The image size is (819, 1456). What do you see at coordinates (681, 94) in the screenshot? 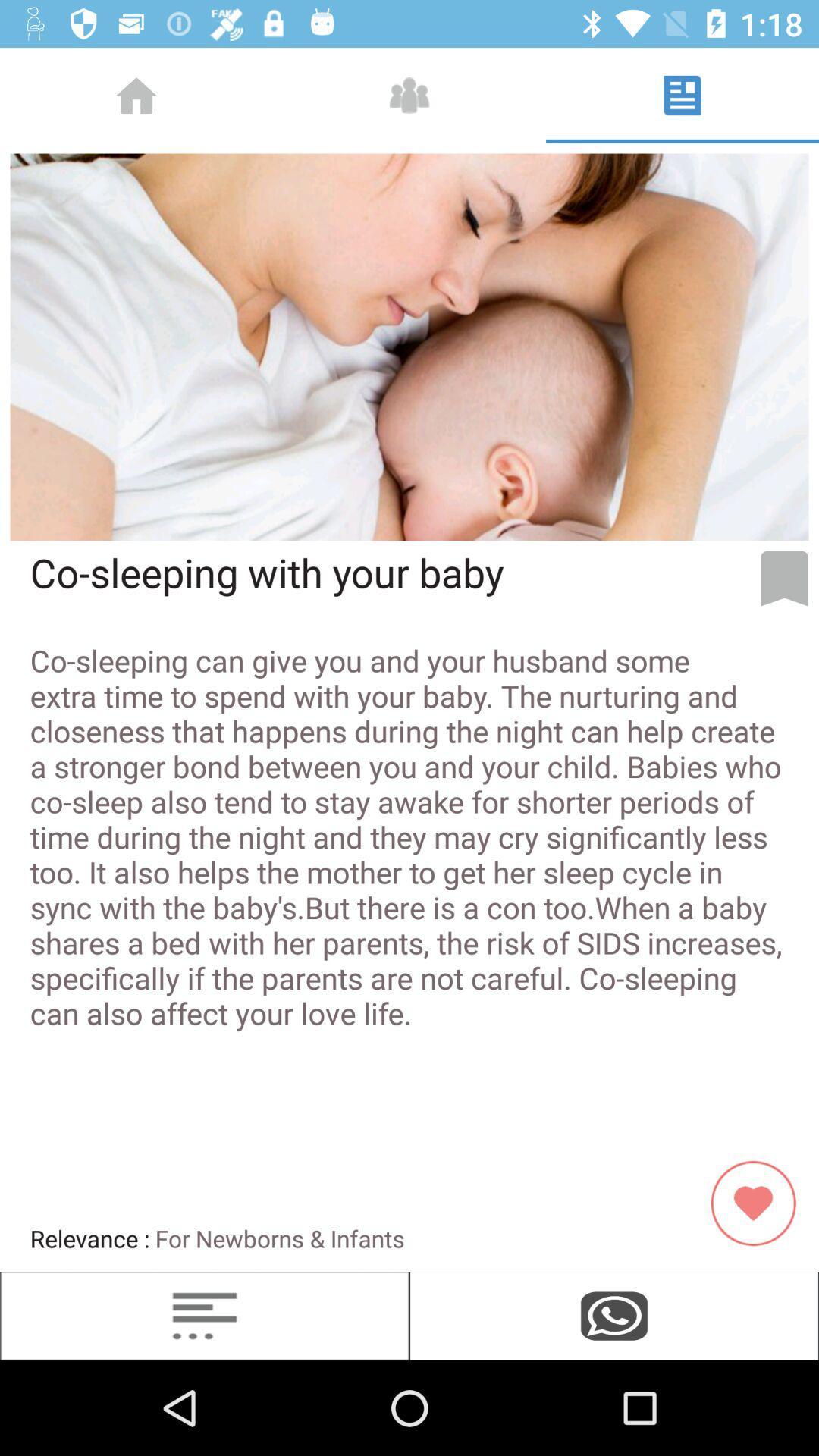
I see `the button at top right` at bounding box center [681, 94].